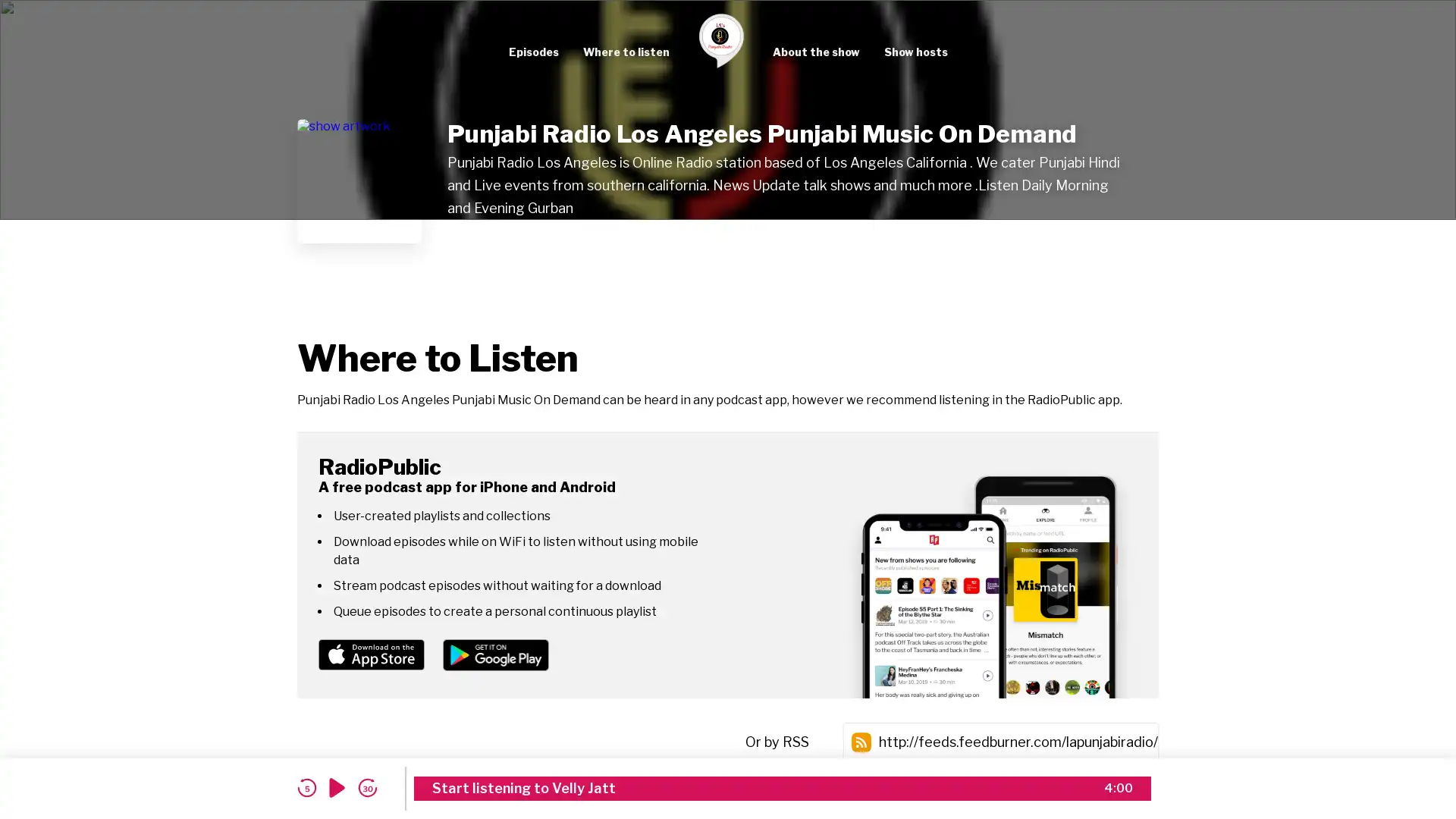 Image resolution: width=1456 pixels, height=819 pixels. I want to click on skip back 5 seconds, so click(306, 787).